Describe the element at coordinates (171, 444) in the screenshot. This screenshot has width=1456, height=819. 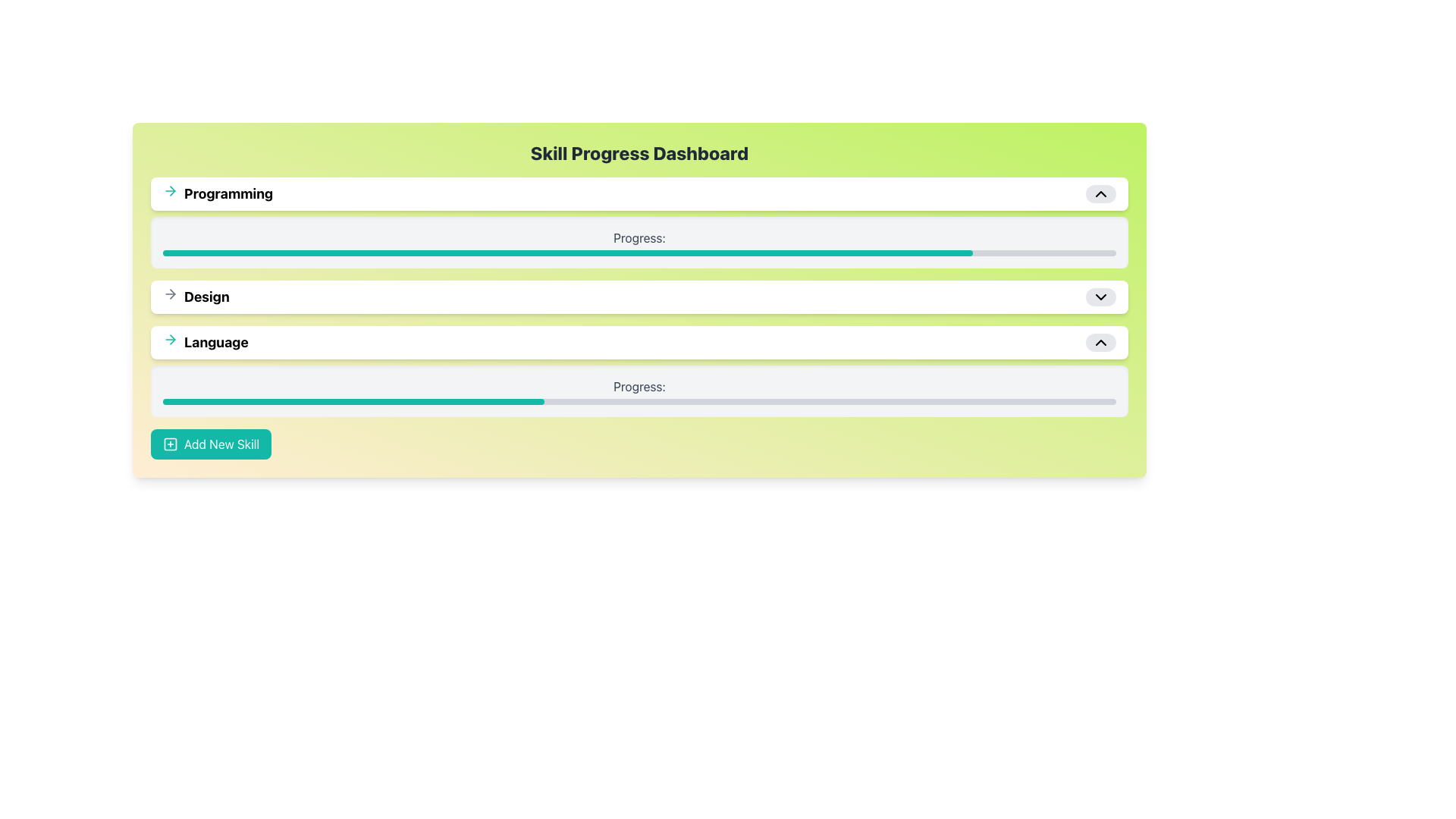
I see `the 'Add New Skill' icon, which features a plus sign inside a square, located at the bottom-left corner of the interface` at that location.